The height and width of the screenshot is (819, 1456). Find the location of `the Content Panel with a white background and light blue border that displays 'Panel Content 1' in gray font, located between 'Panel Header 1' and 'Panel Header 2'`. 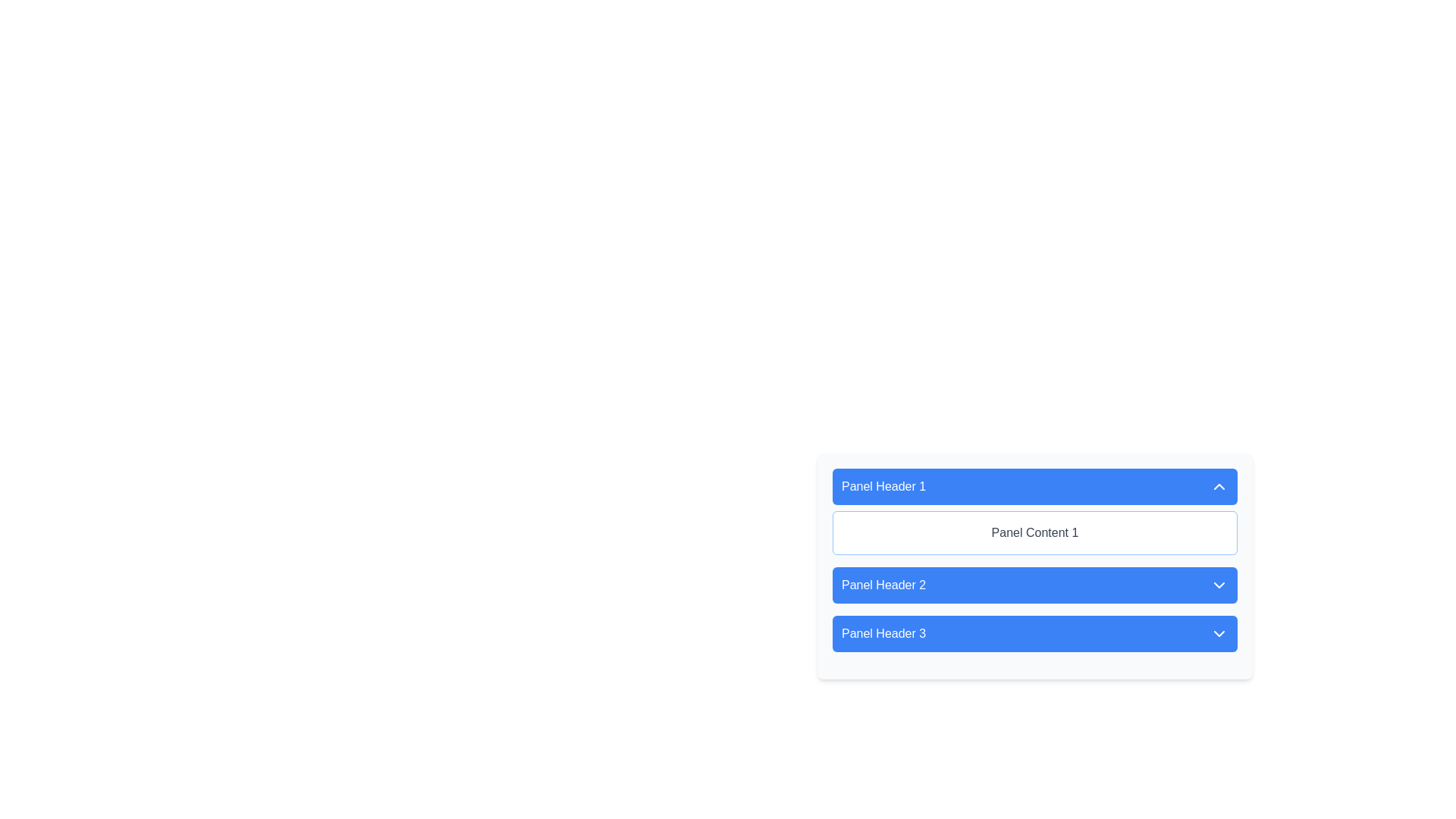

the Content Panel with a white background and light blue border that displays 'Panel Content 1' in gray font, located between 'Panel Header 1' and 'Panel Header 2' is located at coordinates (1034, 532).